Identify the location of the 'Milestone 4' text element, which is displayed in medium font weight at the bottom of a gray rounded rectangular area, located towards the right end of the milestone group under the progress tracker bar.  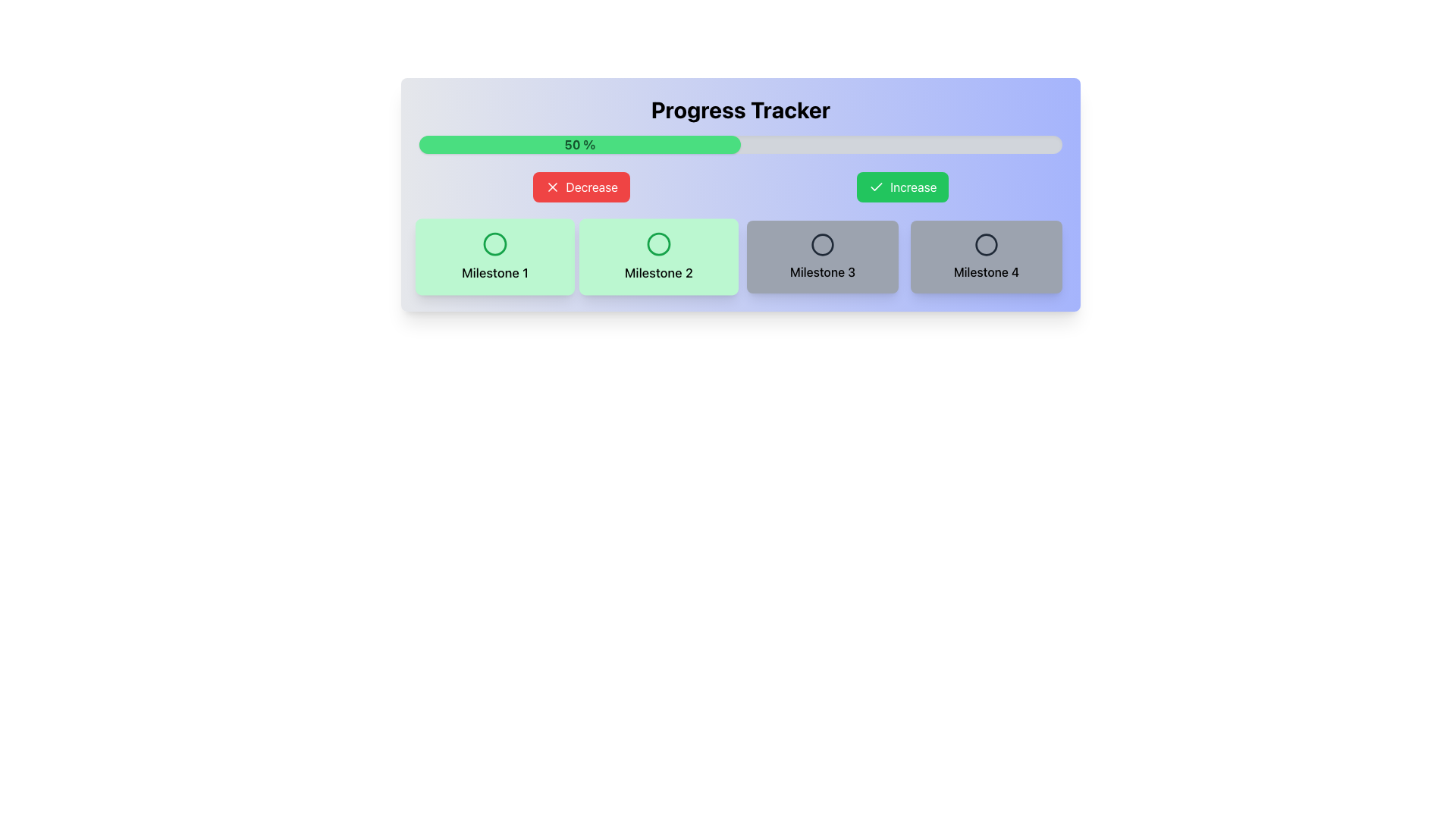
(986, 271).